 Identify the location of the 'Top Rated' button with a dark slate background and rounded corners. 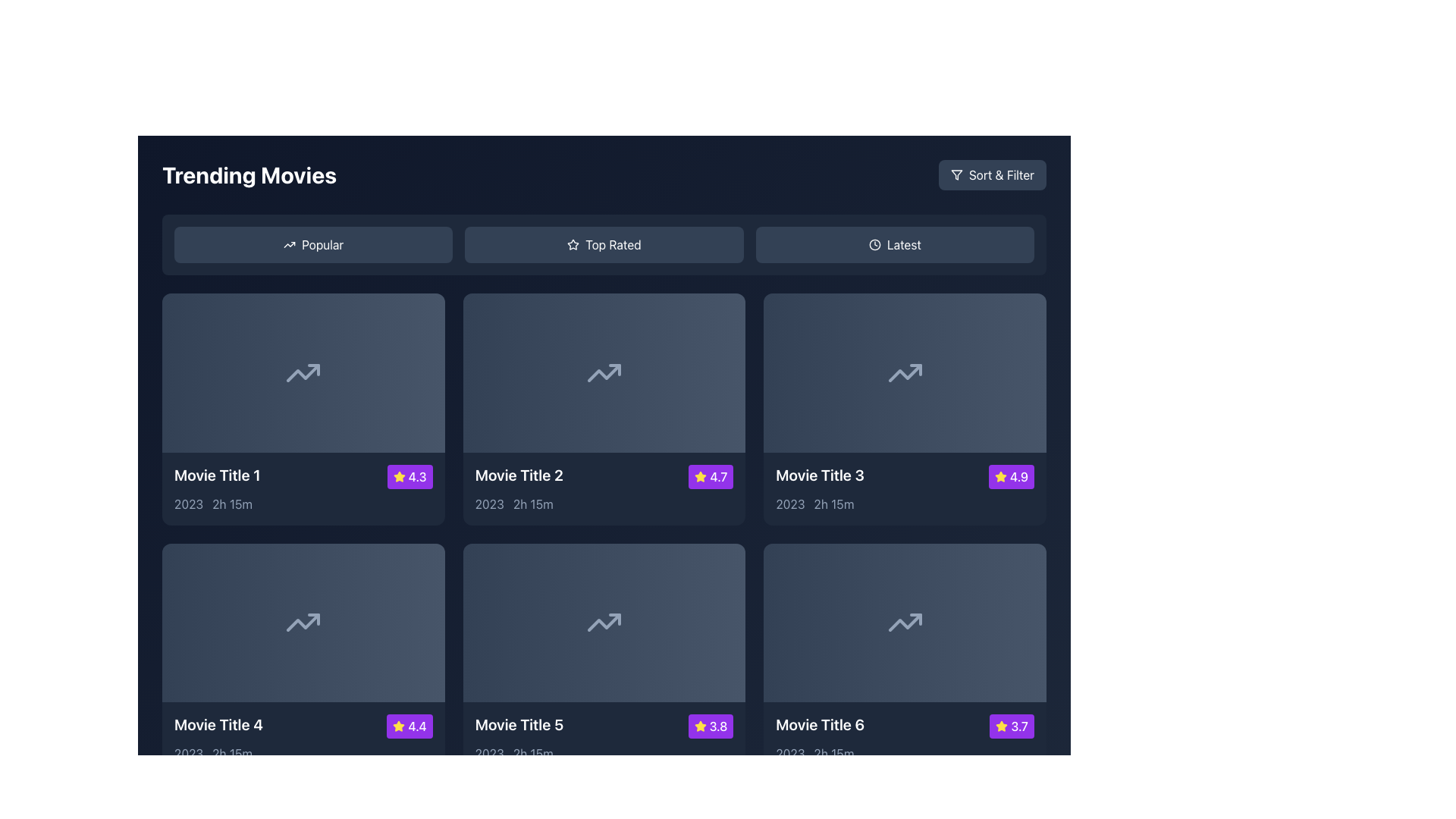
(603, 244).